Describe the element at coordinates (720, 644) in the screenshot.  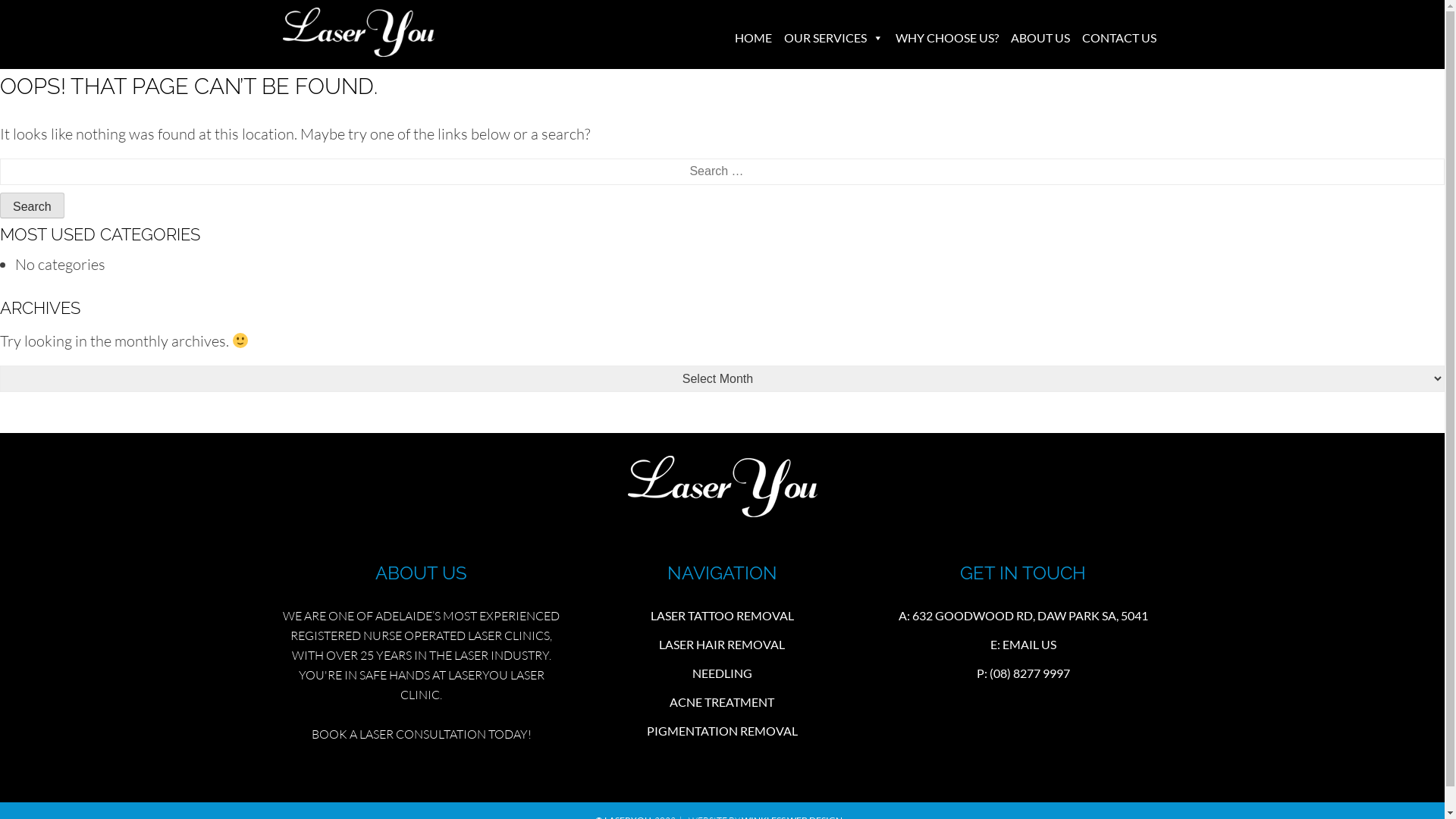
I see `'LASER HAIR REMOVAL'` at that location.